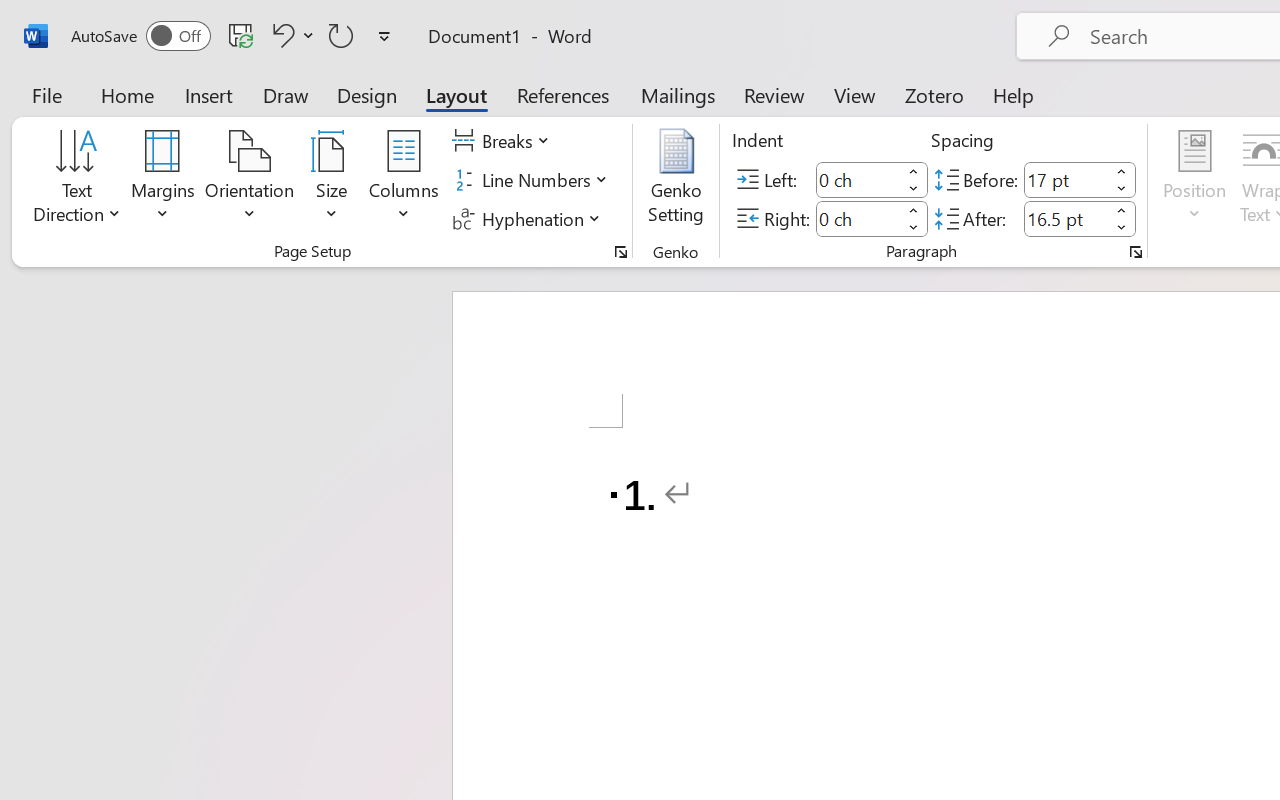 This screenshot has height=800, width=1280. Describe the element at coordinates (1194, 179) in the screenshot. I see `'Position'` at that location.